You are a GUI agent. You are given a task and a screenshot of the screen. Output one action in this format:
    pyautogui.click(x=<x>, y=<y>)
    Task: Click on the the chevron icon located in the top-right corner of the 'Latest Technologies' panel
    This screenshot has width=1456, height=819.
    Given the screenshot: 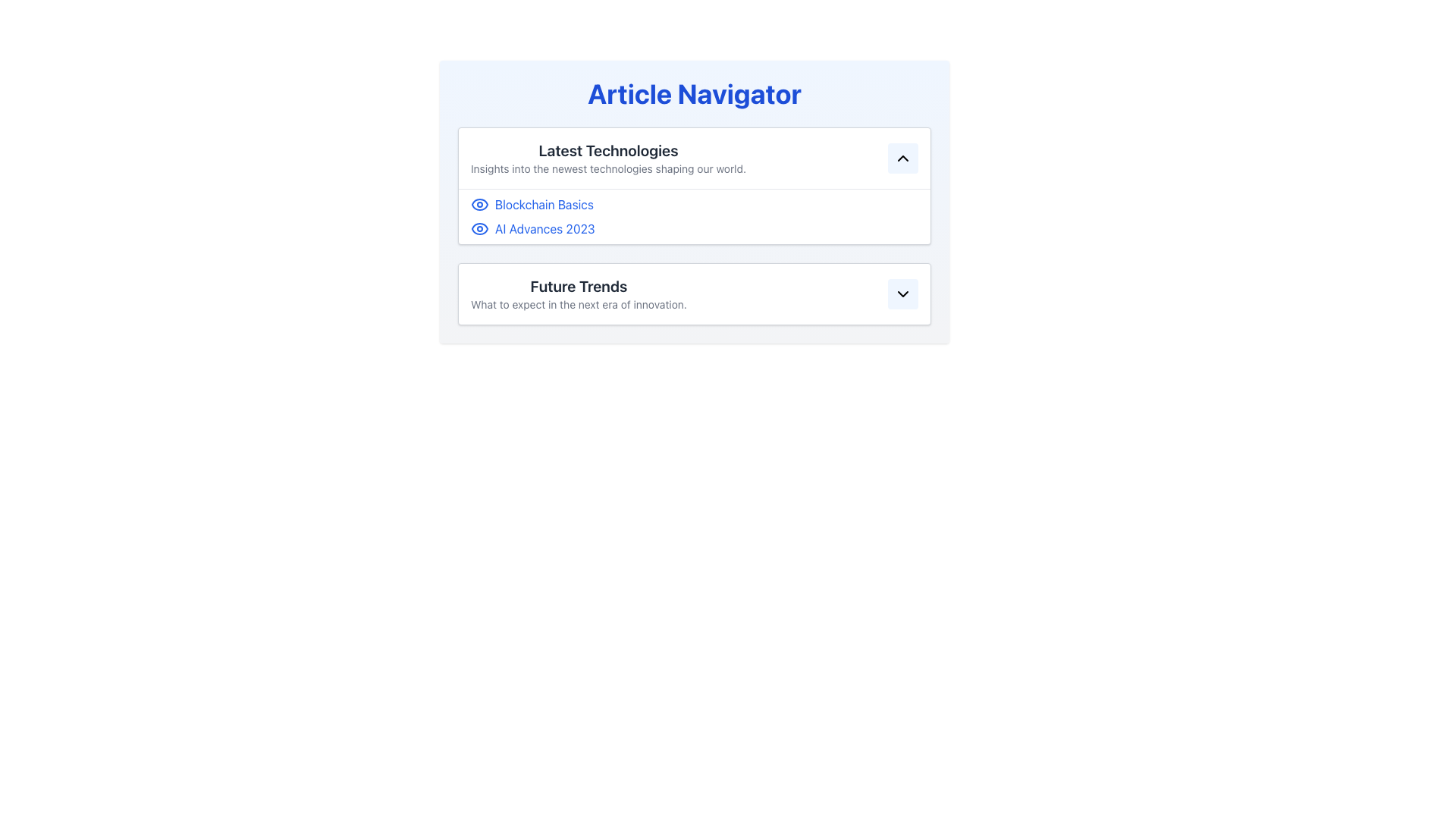 What is the action you would take?
    pyautogui.click(x=902, y=158)
    